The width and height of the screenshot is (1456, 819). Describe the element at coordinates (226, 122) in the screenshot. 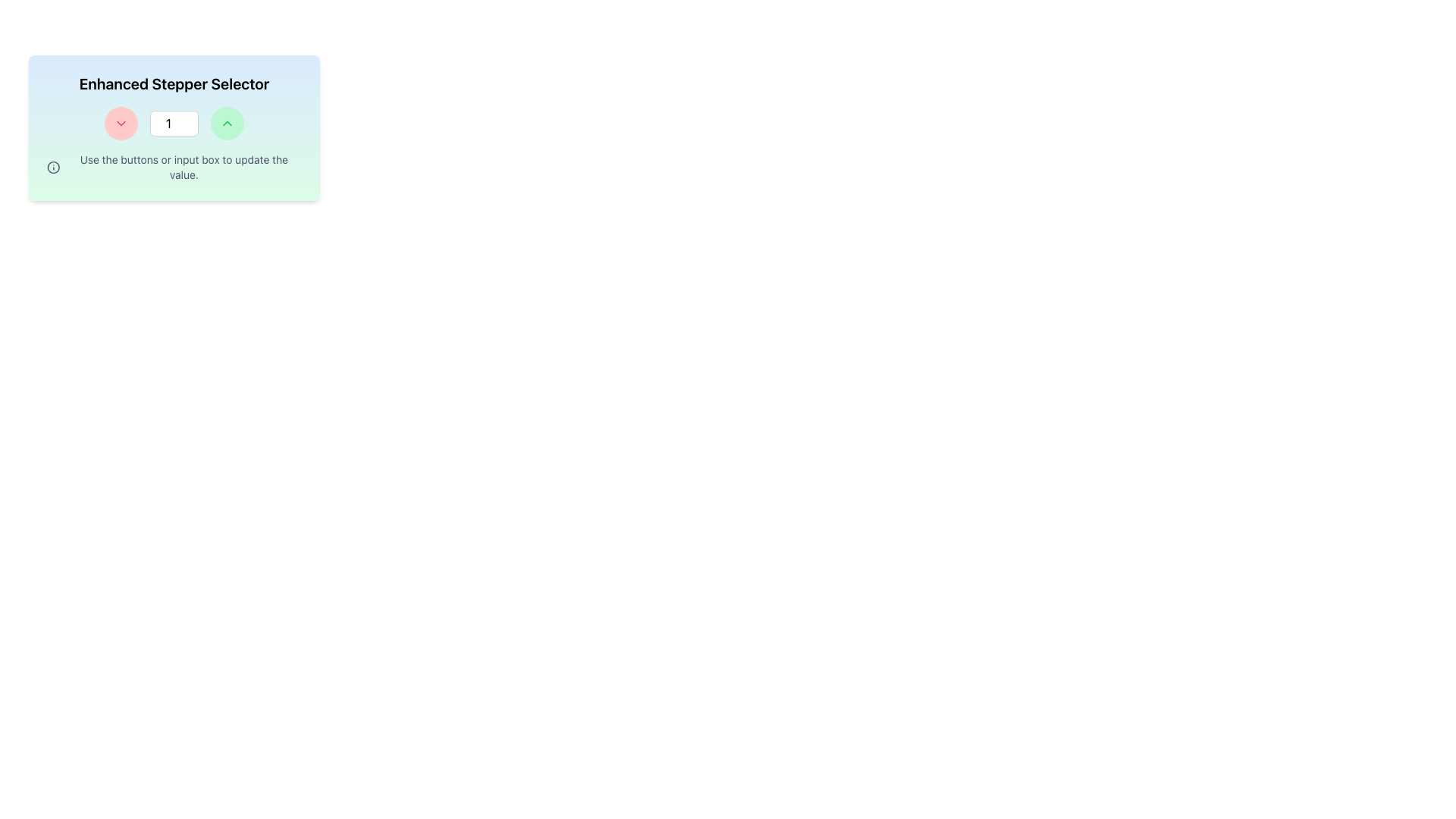

I see `the upward-facing chevron icon button with a green stroke and hollow center, located within a circular green background on the right-end of a horizontal layout` at that location.